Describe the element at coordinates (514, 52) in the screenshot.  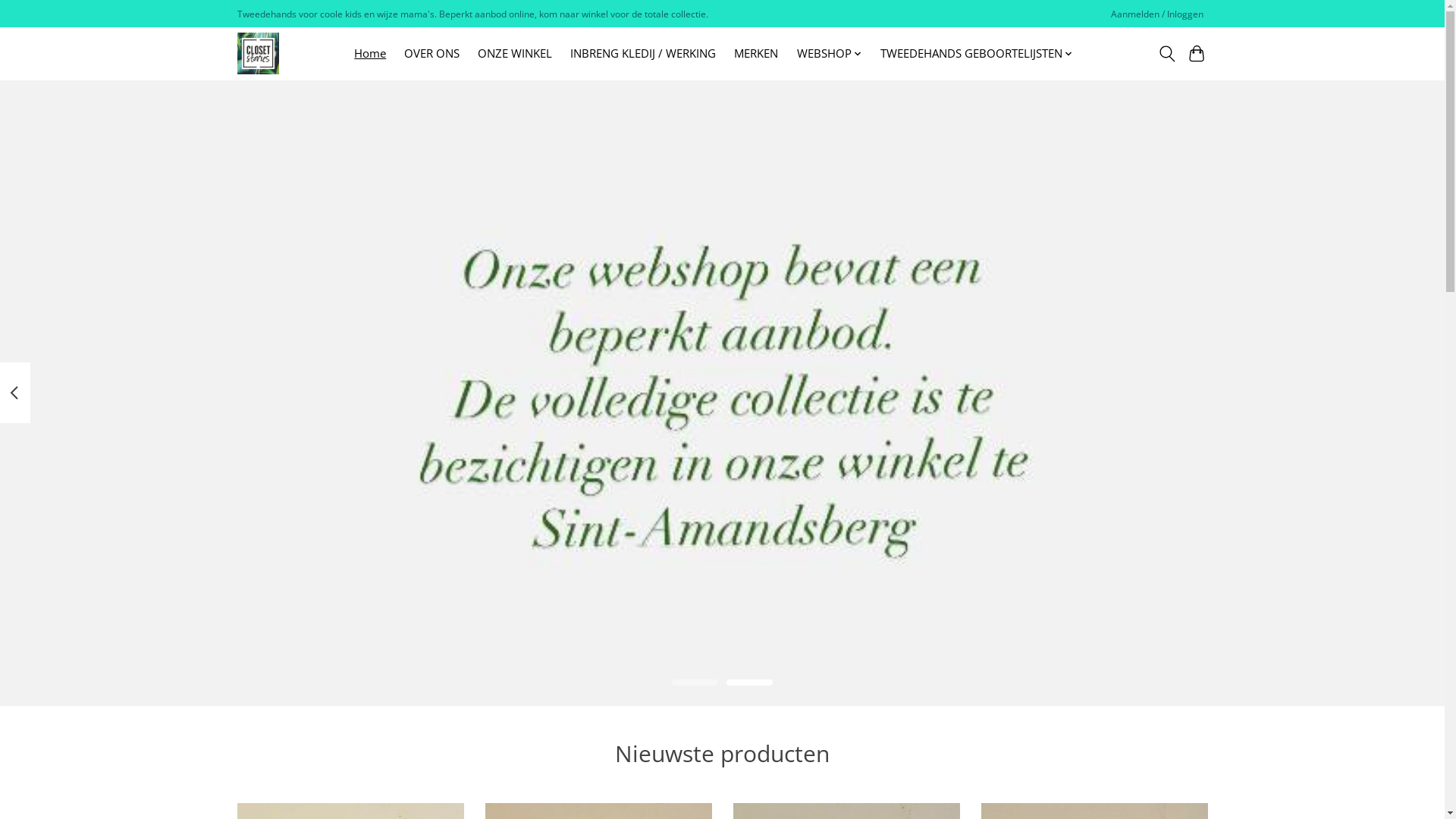
I see `'ONZE WINKEL'` at that location.